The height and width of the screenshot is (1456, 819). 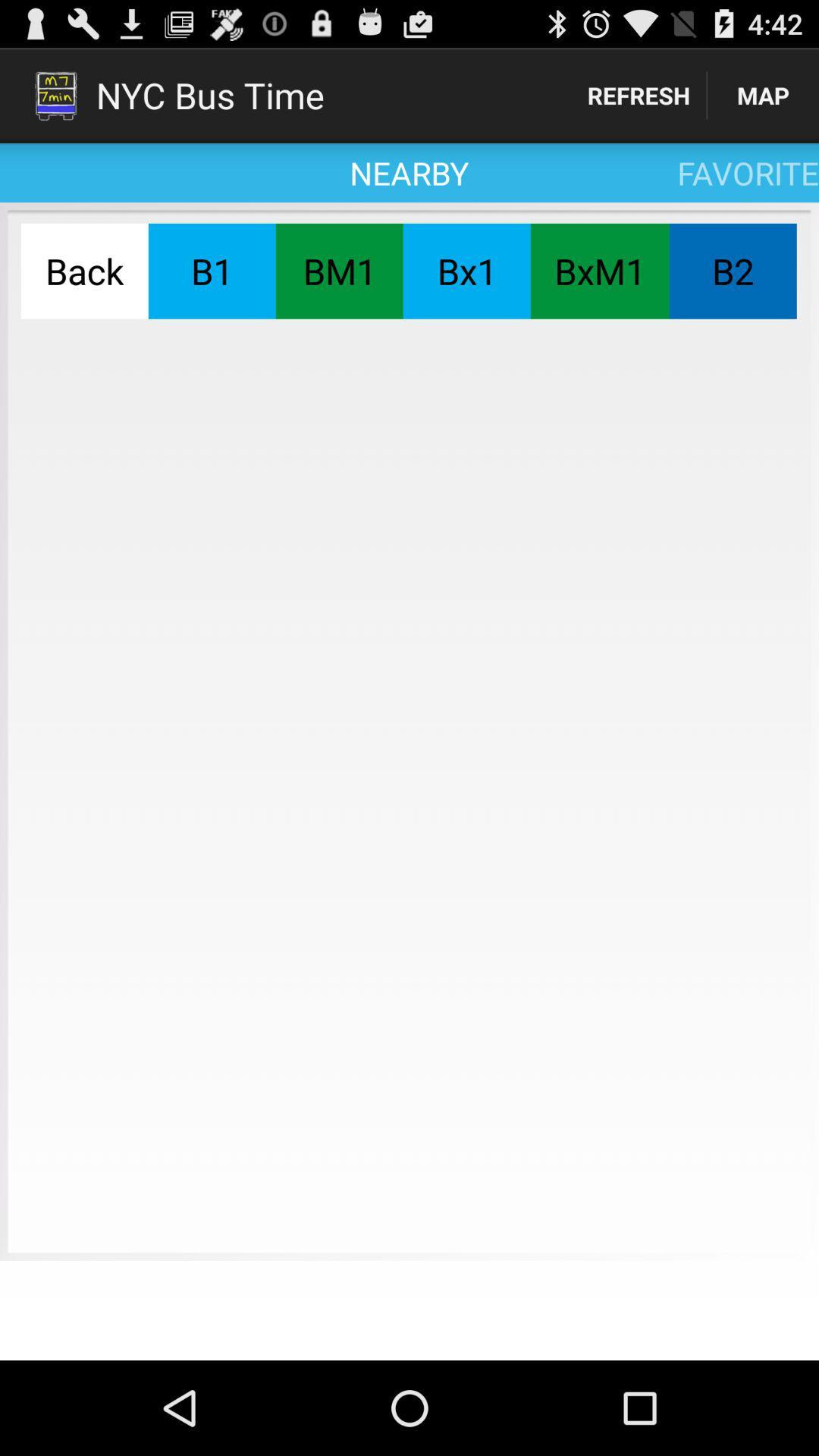 I want to click on the button next to the b2 button, so click(x=599, y=271).